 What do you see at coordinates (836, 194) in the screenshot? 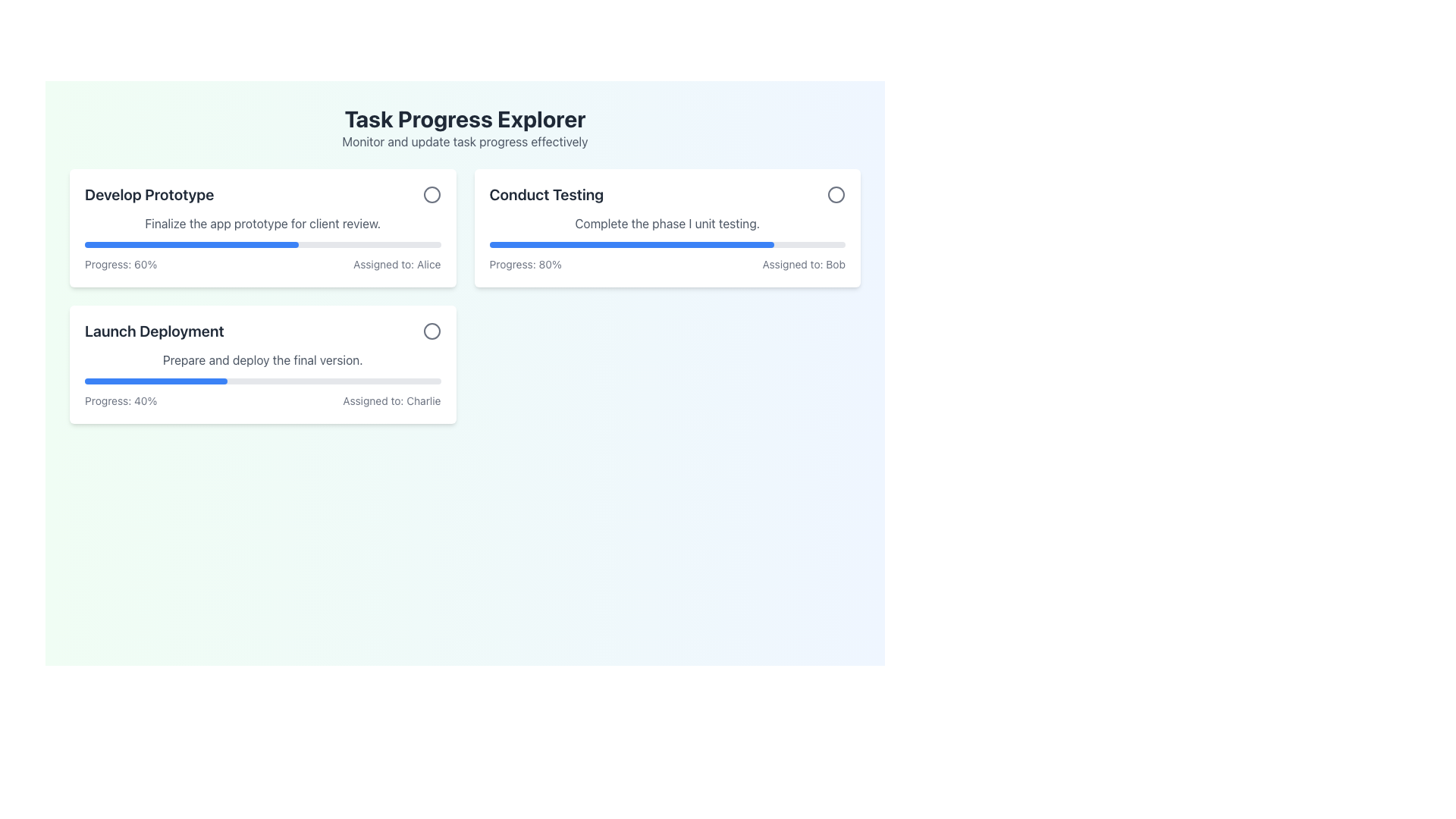
I see `the circular icon located in the upper-right corner of the 'Conduct Testing' card to interact with it` at bounding box center [836, 194].